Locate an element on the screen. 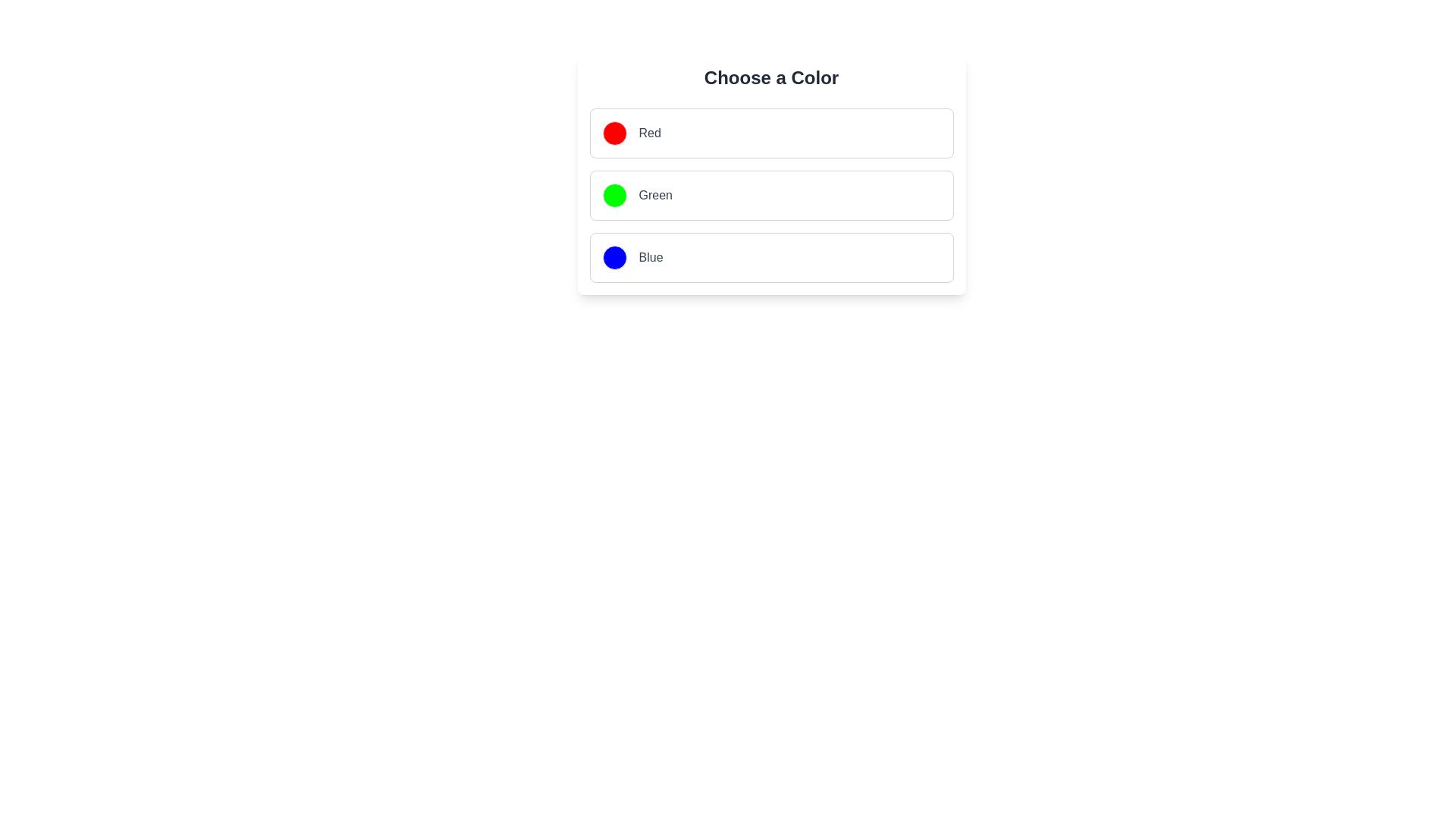 This screenshot has width=1456, height=819. the text label reading 'Blue' which is styled with a medium-weight font and gray color, located in the third option of a vertical list of color choices, adjacent to a circular blue icon is located at coordinates (651, 256).